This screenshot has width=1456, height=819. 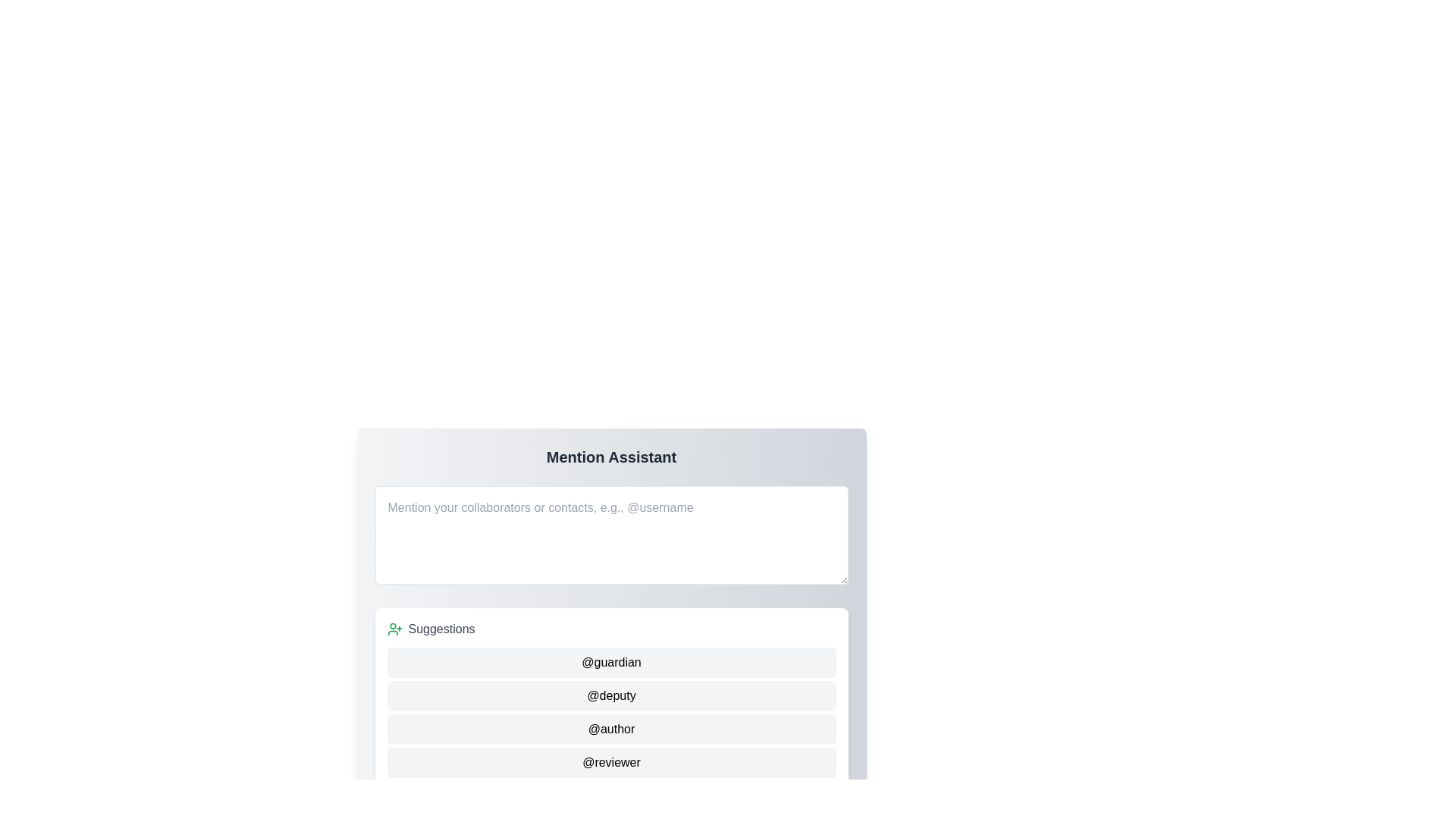 What do you see at coordinates (611, 696) in the screenshot?
I see `to select the suggestion '@deputy' from the second item in the 'Mention Assistant' dropdown list` at bounding box center [611, 696].